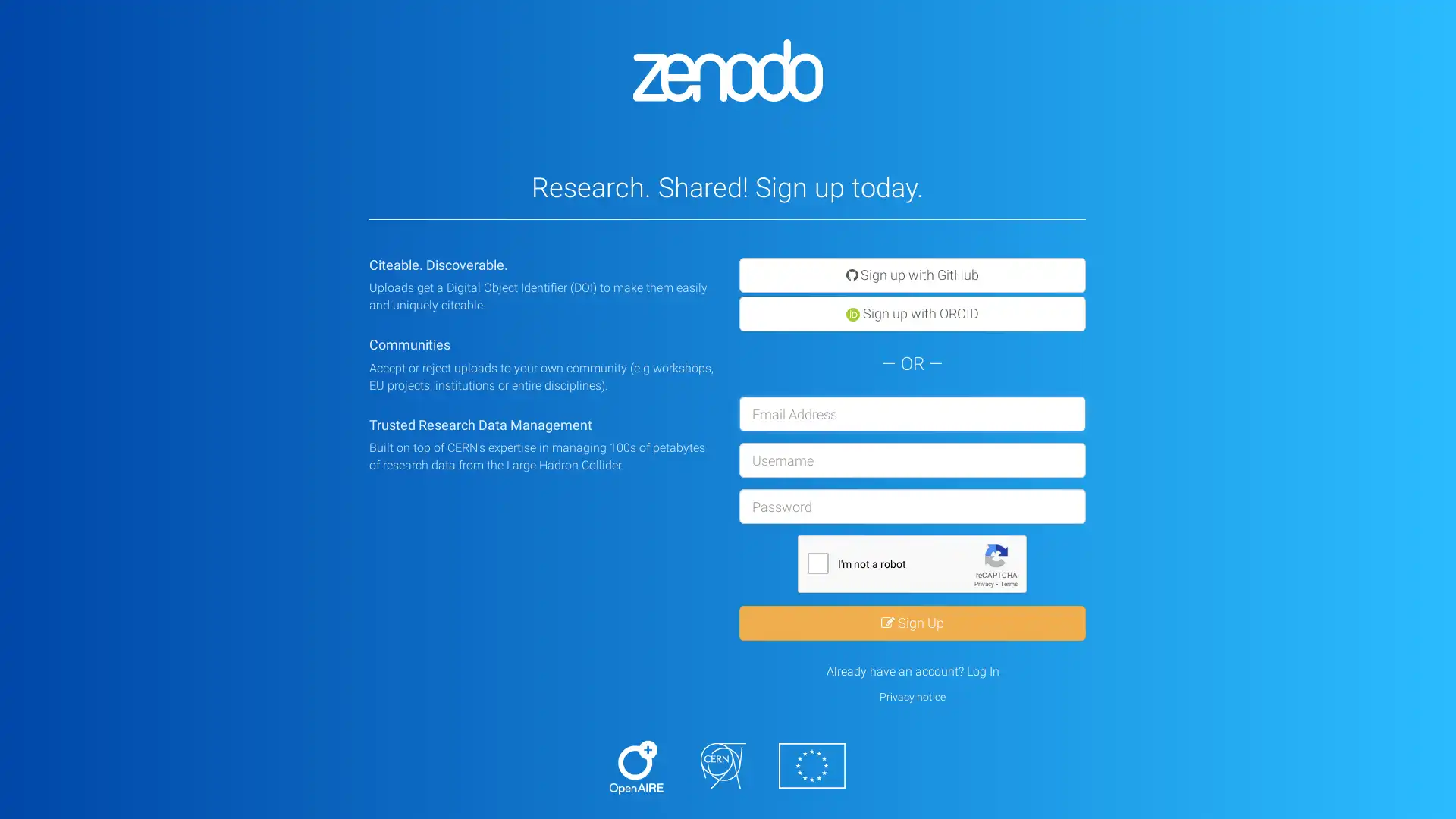 The width and height of the screenshot is (1456, 819). What do you see at coordinates (912, 623) in the screenshot?
I see `Sign Up` at bounding box center [912, 623].